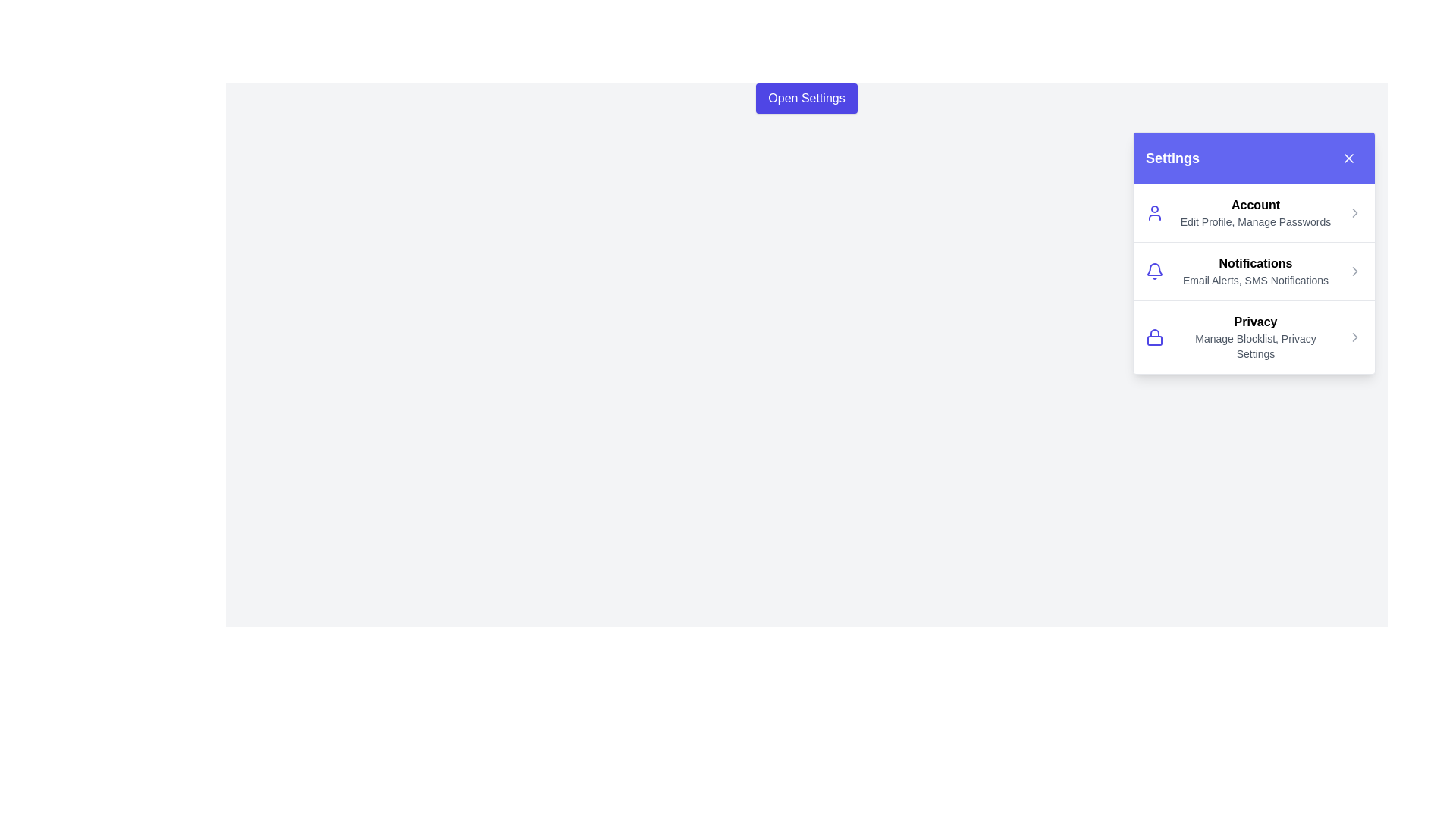 The width and height of the screenshot is (1456, 819). I want to click on the text label displaying 'Manage Blocklist, Privacy Settings', which is styled in a smaller font size and lighter gray color, located underneath the bolded title 'Privacy', so click(1256, 346).